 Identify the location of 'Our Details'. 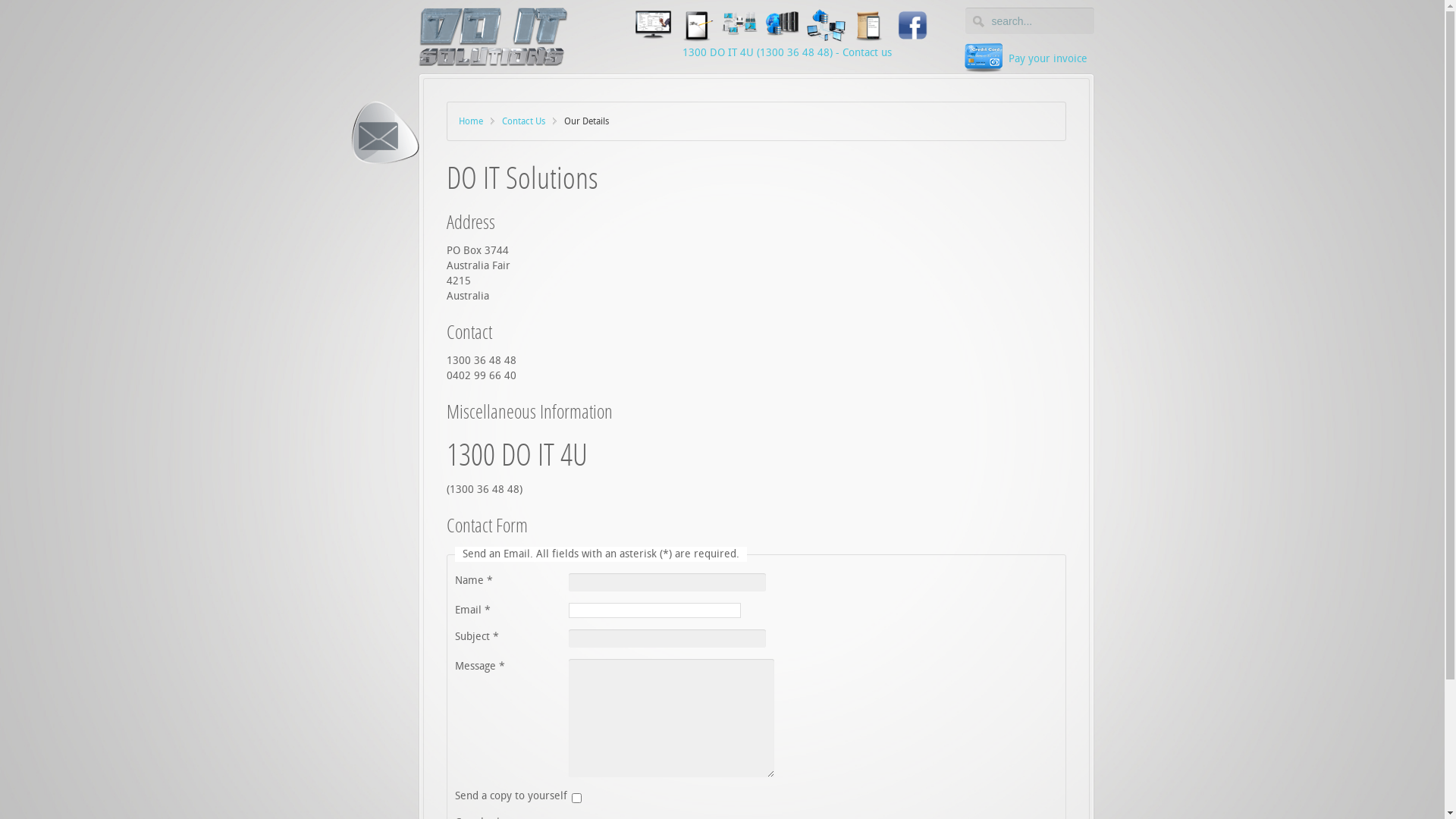
(384, 133).